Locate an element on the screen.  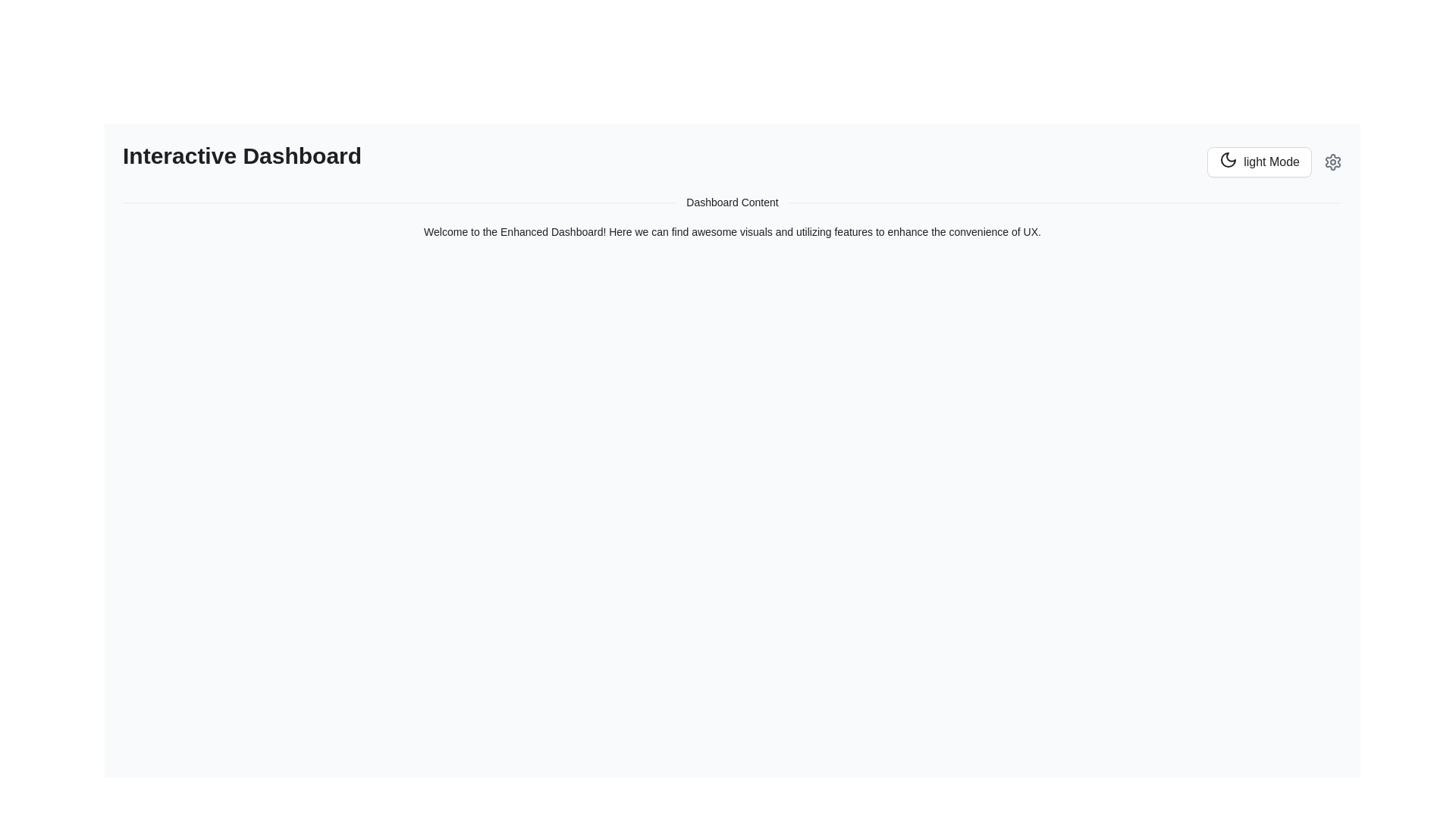
the Text label inside the button at the top-right corner of the interface is located at coordinates (1272, 162).